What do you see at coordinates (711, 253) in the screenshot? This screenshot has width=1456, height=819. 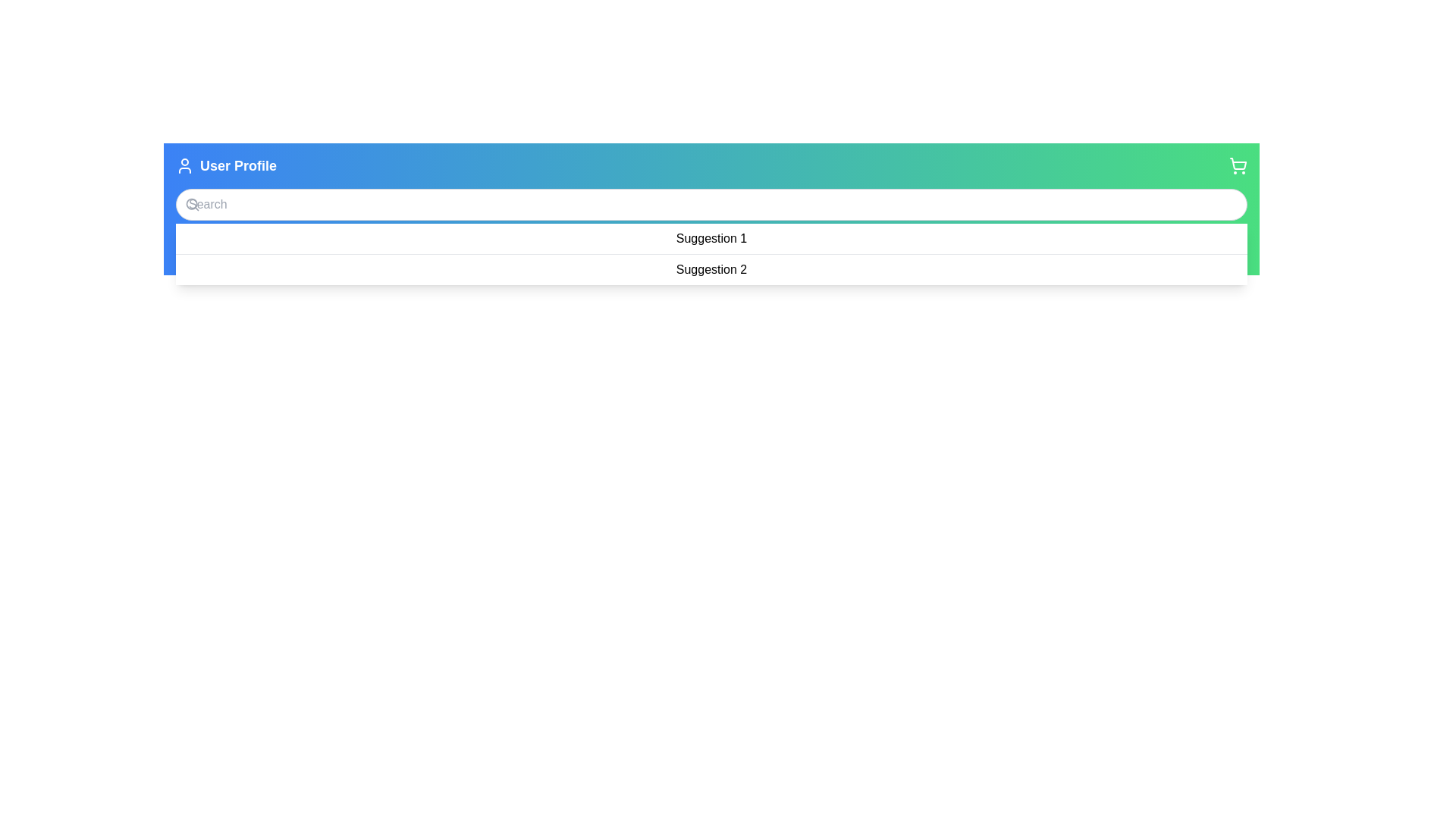 I see `the dropdown menu containing 'Suggestion 1' and 'Suggestion 2'` at bounding box center [711, 253].